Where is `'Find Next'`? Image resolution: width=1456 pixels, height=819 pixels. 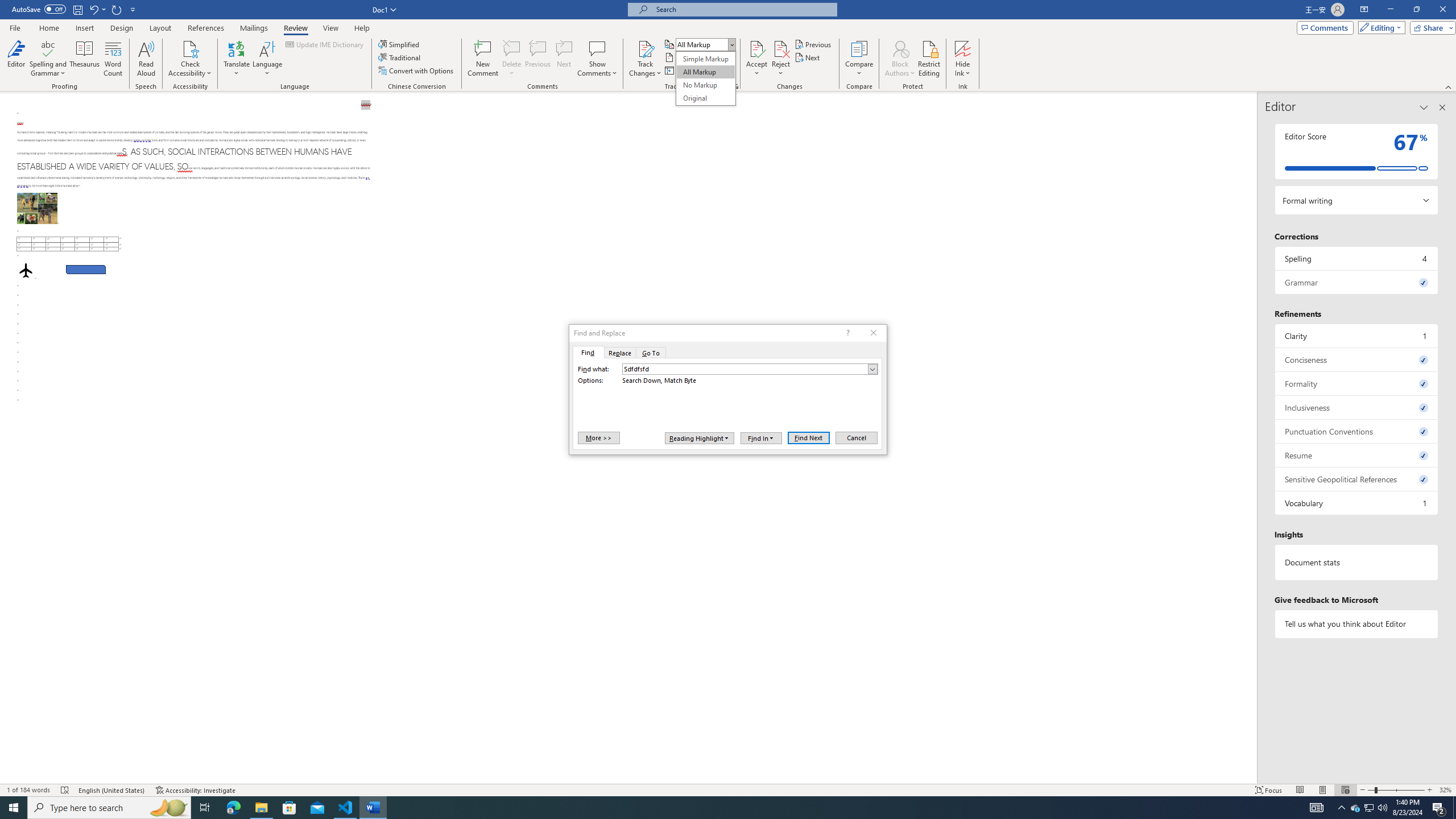 'Find Next' is located at coordinates (809, 437).